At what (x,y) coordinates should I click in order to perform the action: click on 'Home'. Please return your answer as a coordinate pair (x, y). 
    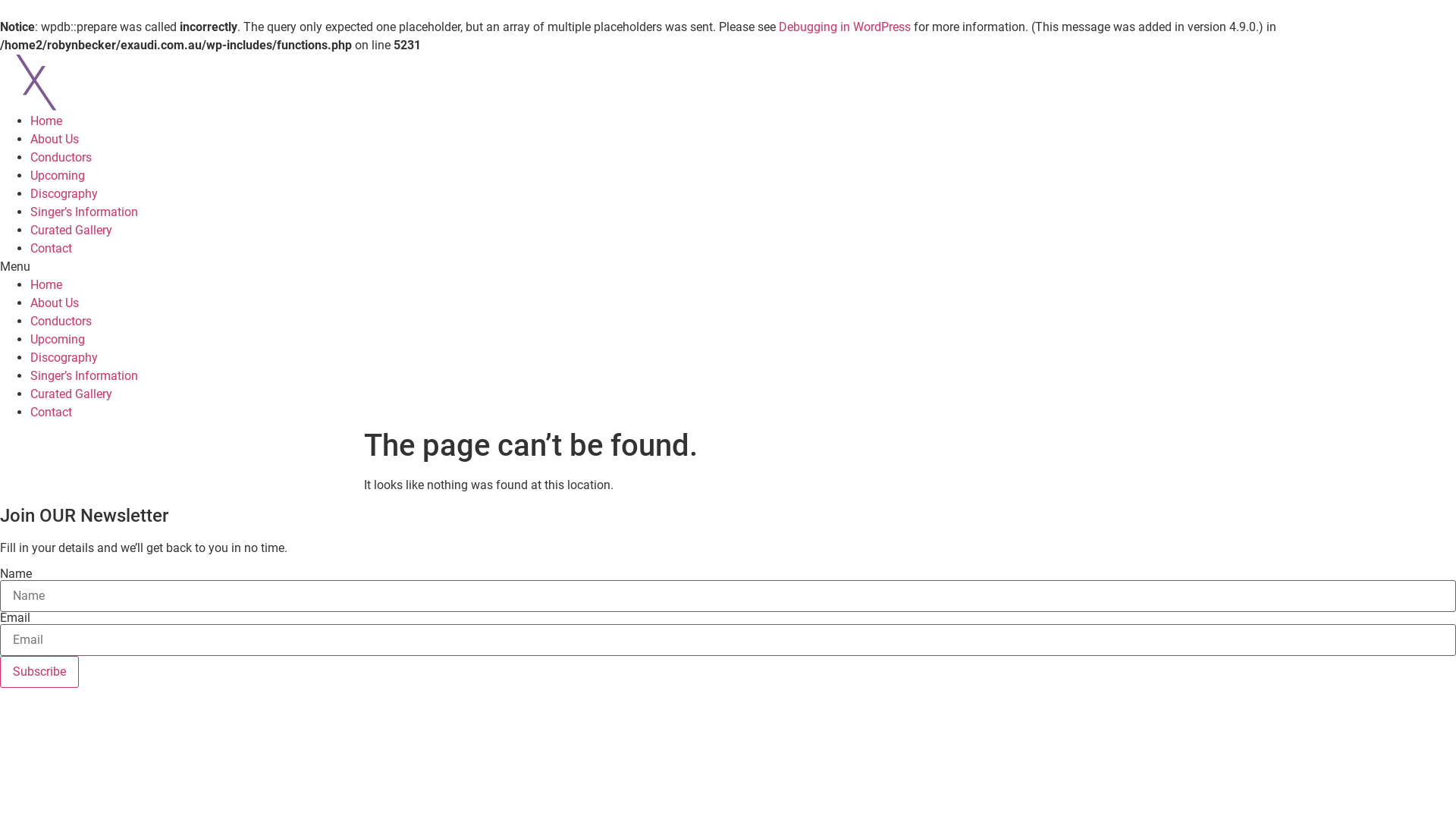
    Looking at the image, I should click on (46, 120).